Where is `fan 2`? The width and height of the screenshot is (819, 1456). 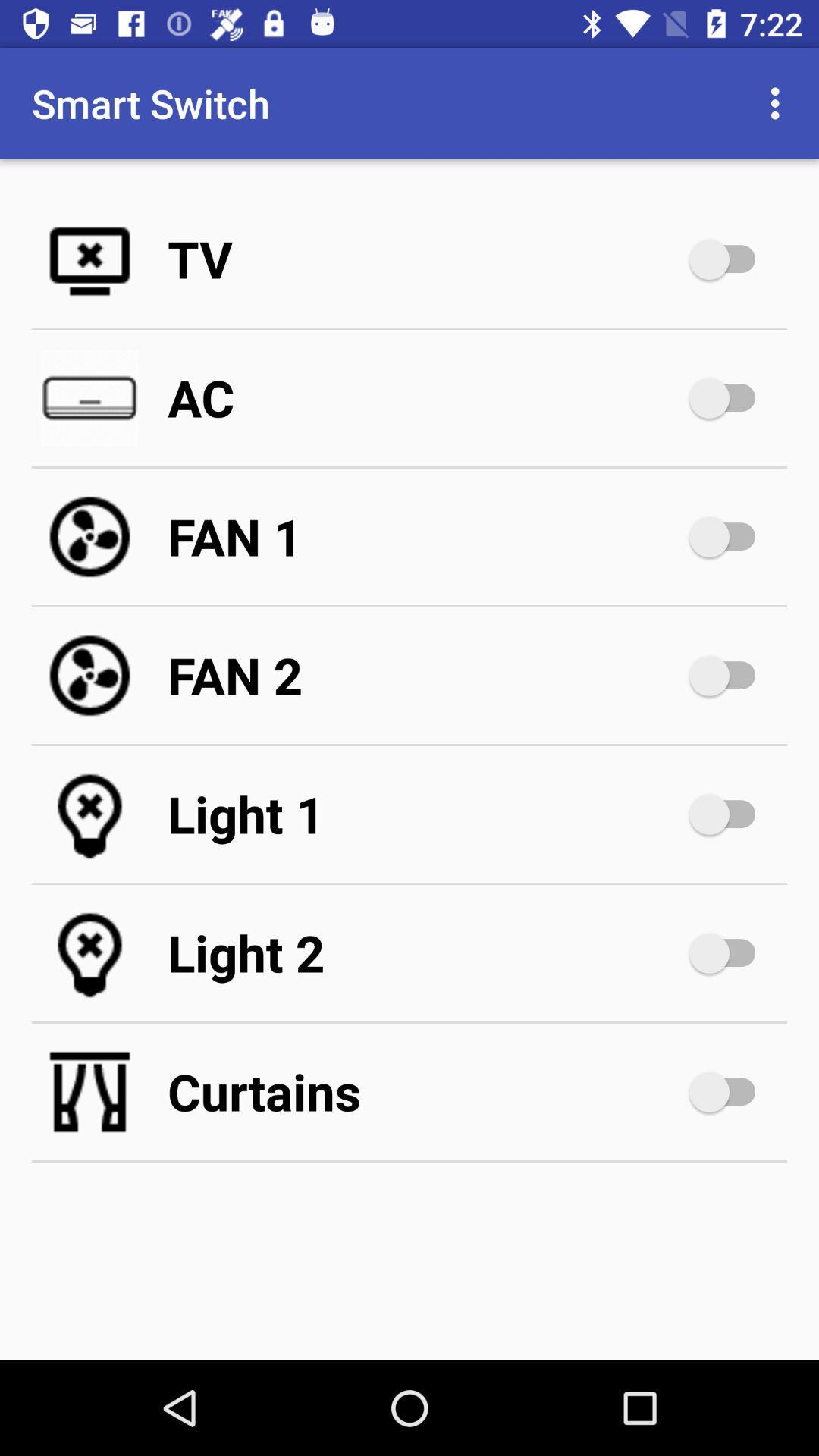 fan 2 is located at coordinates (729, 675).